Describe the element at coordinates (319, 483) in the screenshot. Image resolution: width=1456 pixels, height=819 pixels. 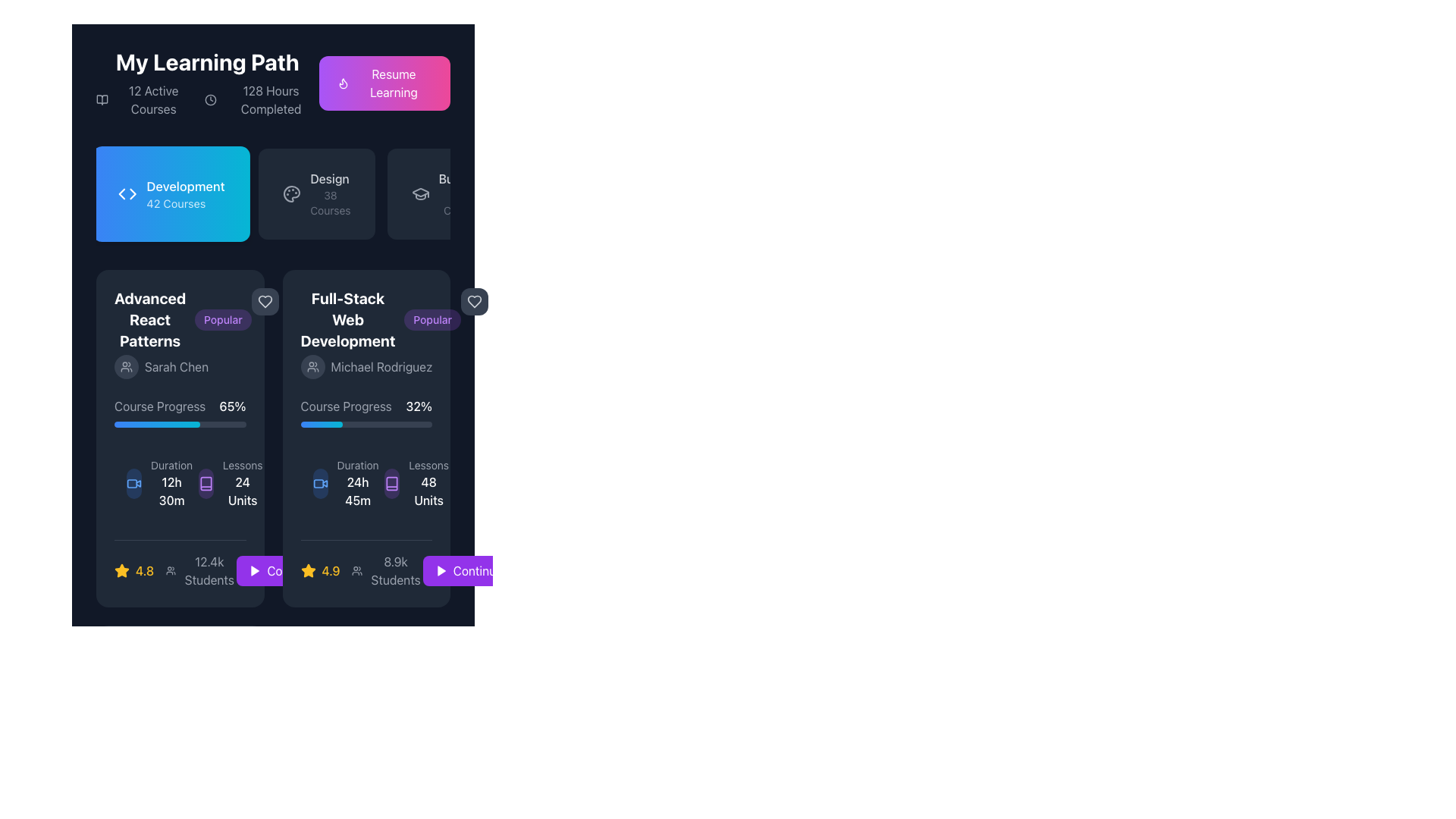
I see `the media icon representing video content within the 'Full-Stack Web Development' card, located adjacent to the time information ('24h 45m')` at that location.